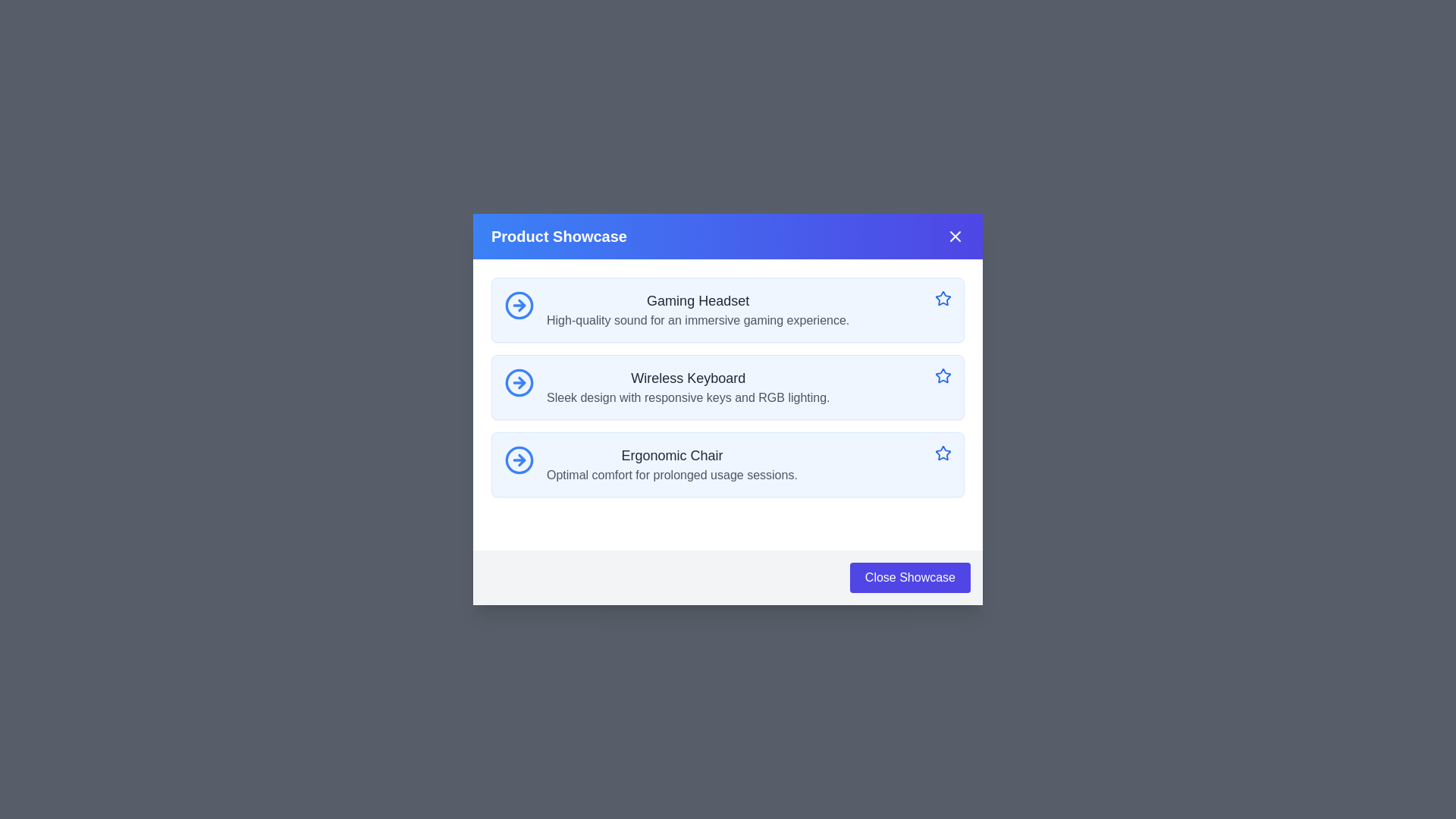  Describe the element at coordinates (728, 309) in the screenshot. I see `the topmost card in the 'Product Showcase' section that represents the 'Gaming Headset' product` at that location.